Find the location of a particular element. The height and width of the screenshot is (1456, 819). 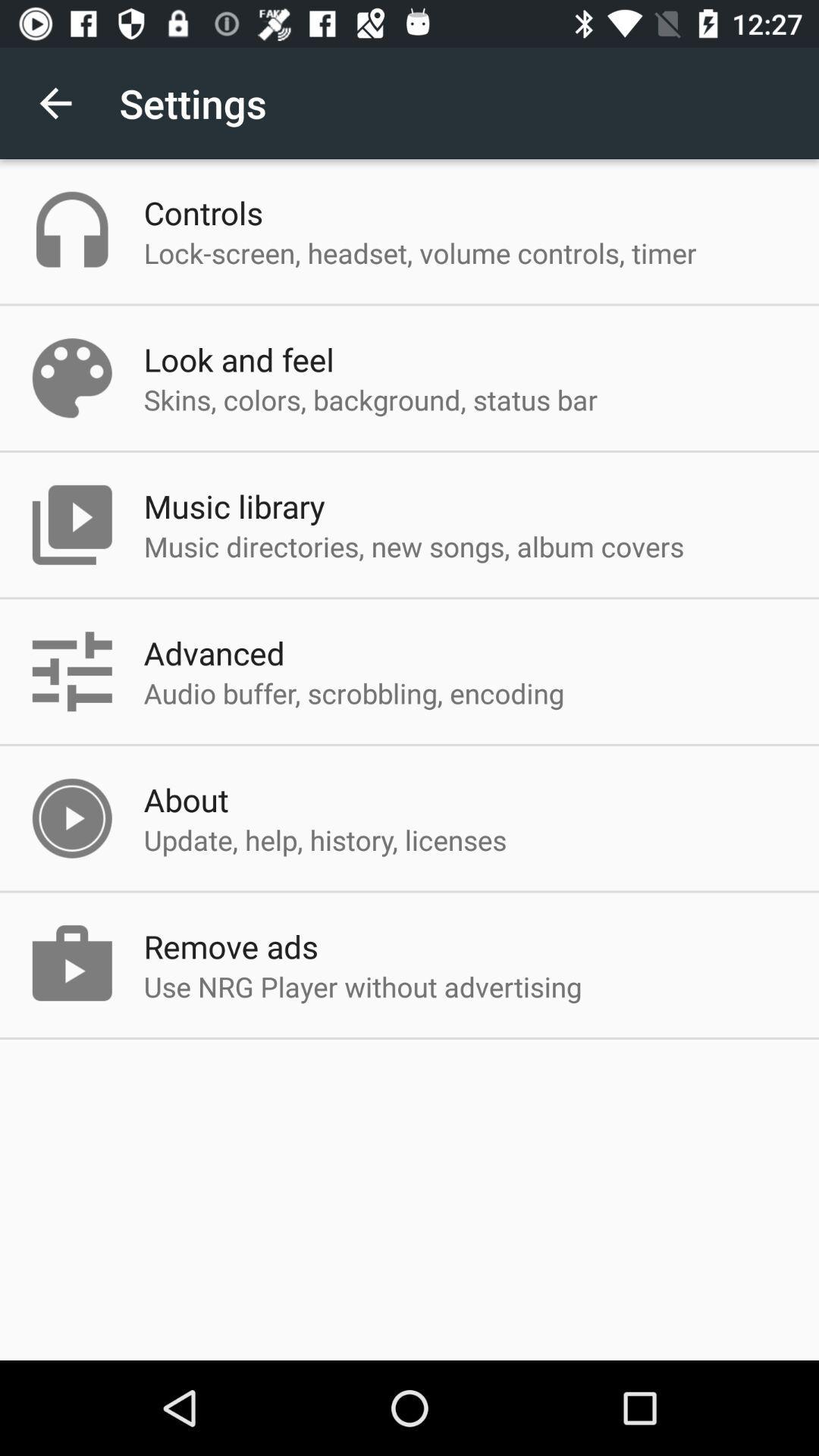

the use nrg player app is located at coordinates (362, 987).